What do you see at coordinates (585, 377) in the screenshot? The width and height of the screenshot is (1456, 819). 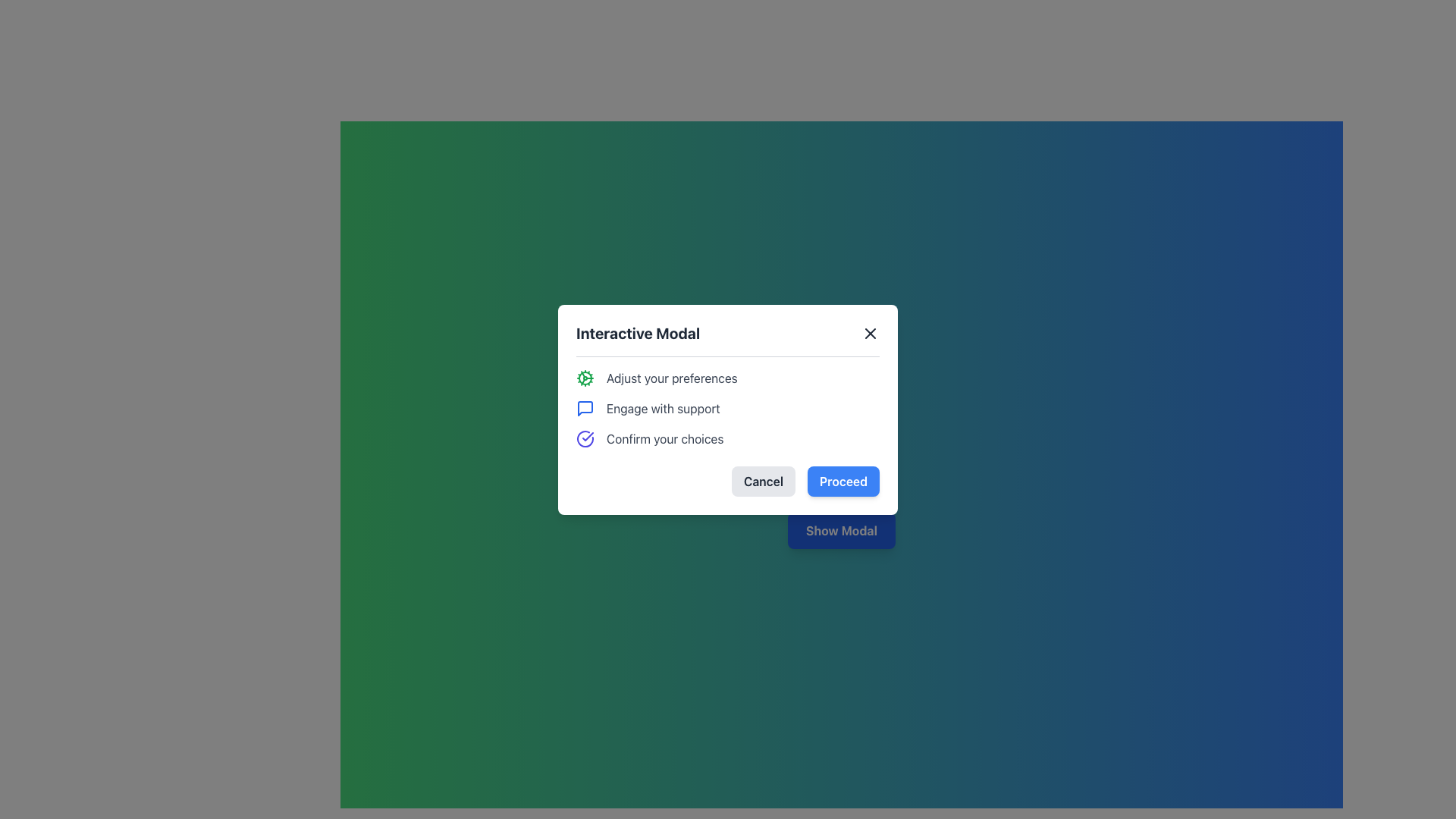 I see `the green cogwheel icon representing settings or adjustments, located to the left of the text 'Adjust your preferences' in the modal dialog box` at bounding box center [585, 377].